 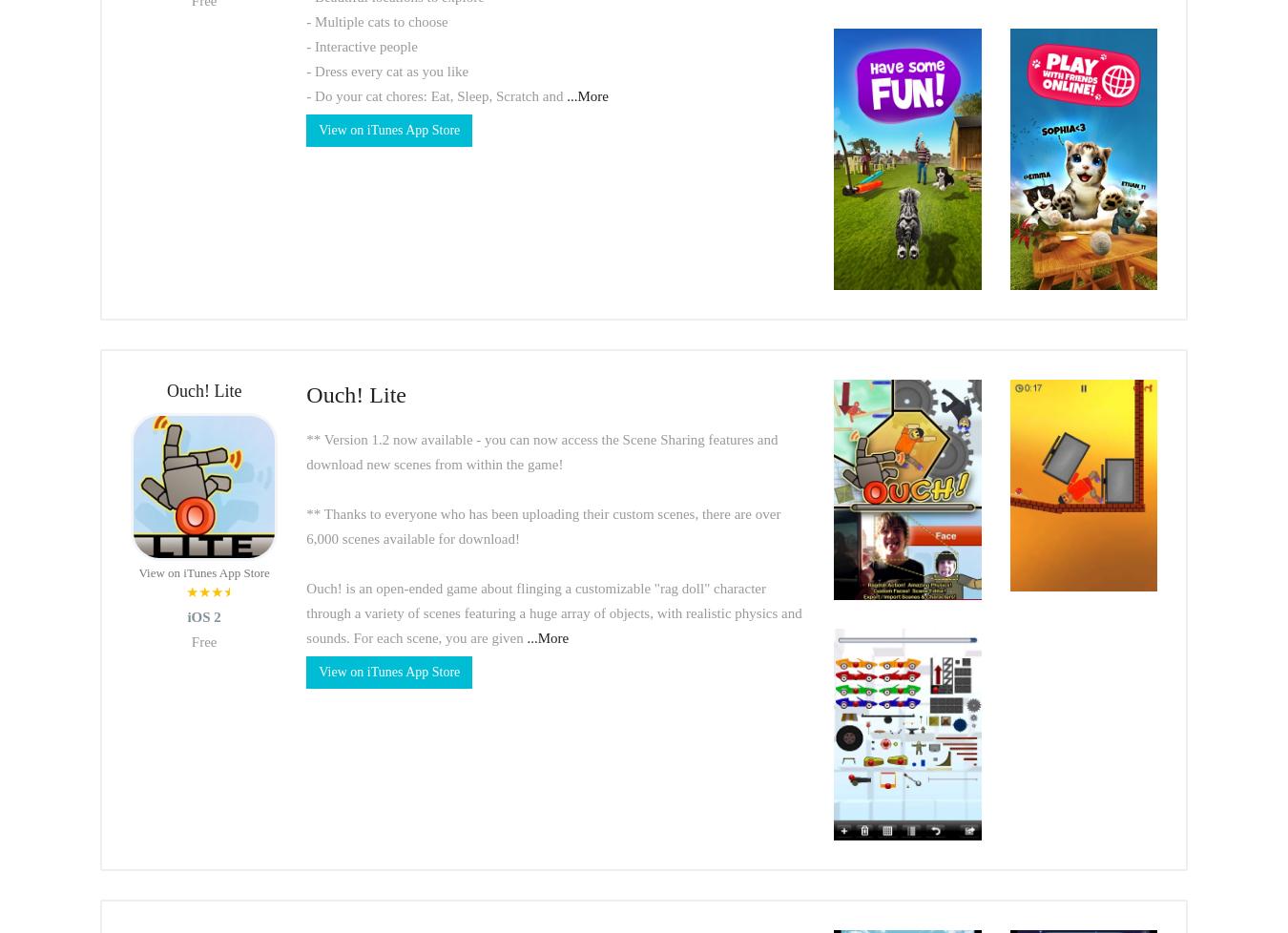 What do you see at coordinates (305, 21) in the screenshot?
I see `'- Multiple cats to choose'` at bounding box center [305, 21].